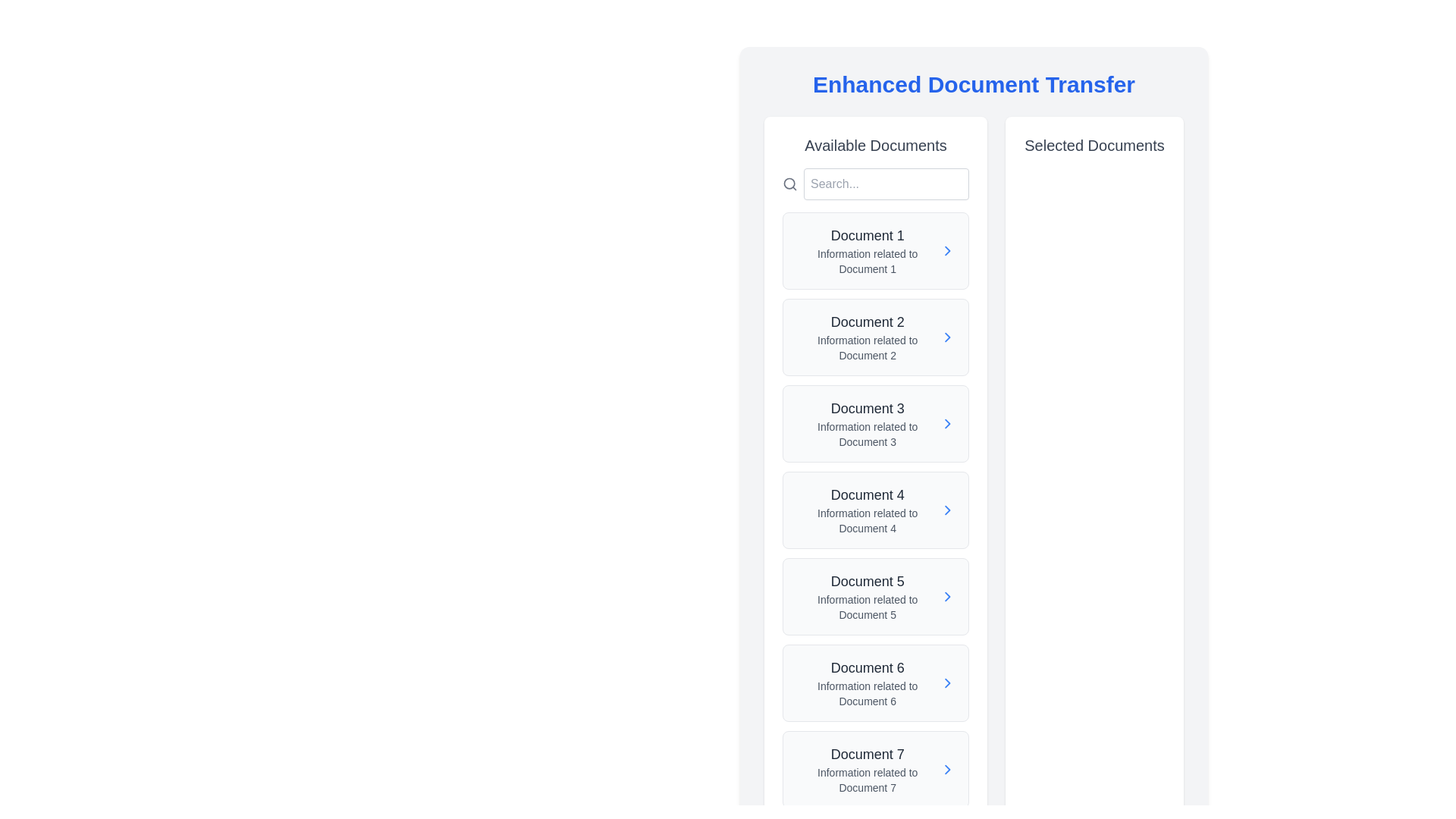 This screenshot has height=819, width=1456. I want to click on the center of the List item displaying document information titled 'Document 5', so click(876, 595).